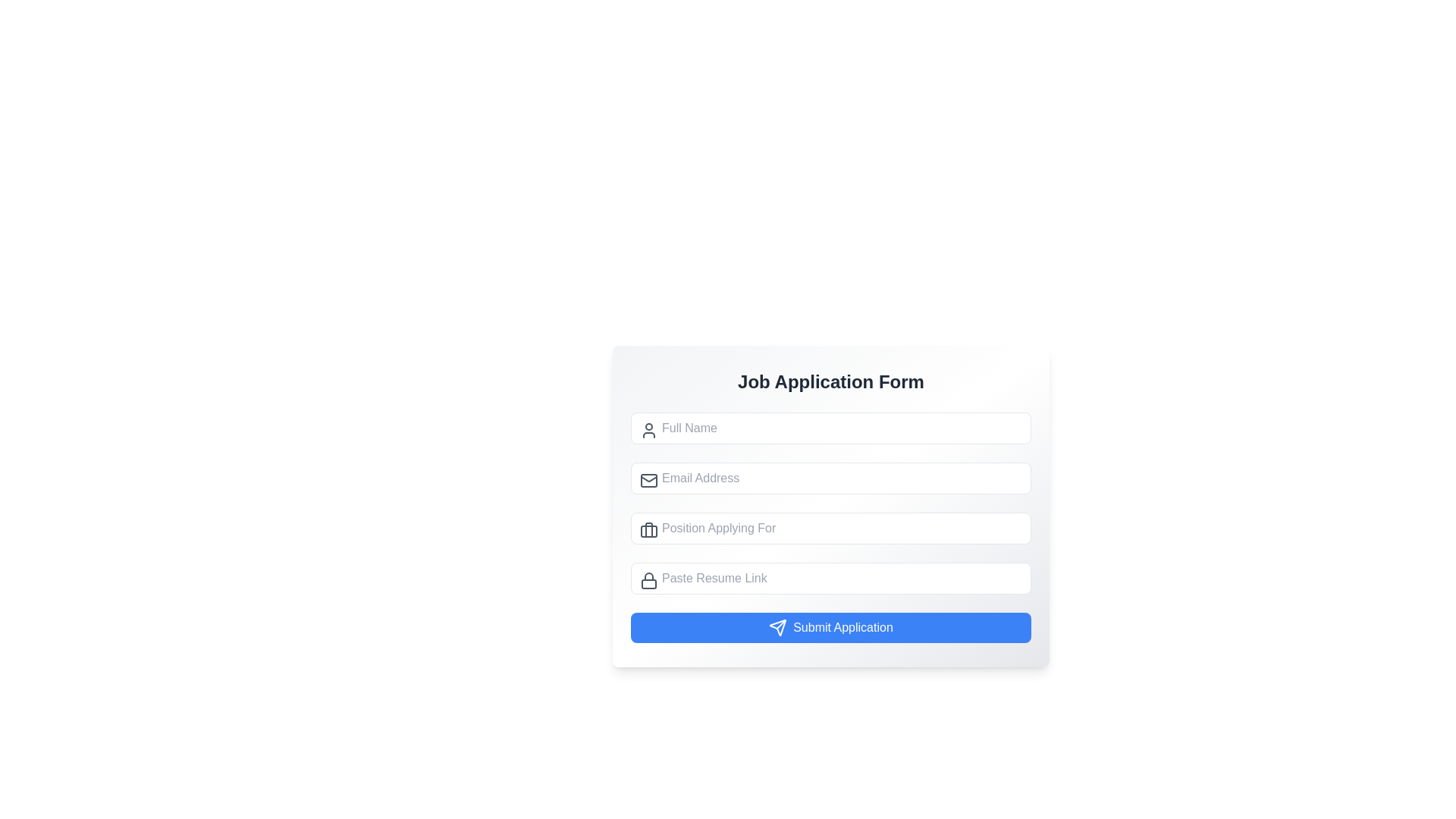  Describe the element at coordinates (648, 480) in the screenshot. I see `the email icon, which is a simple envelope outline with a thin gray stroke, located to the left of the 'Email Address' placeholder in the second input field of the job application form` at that location.